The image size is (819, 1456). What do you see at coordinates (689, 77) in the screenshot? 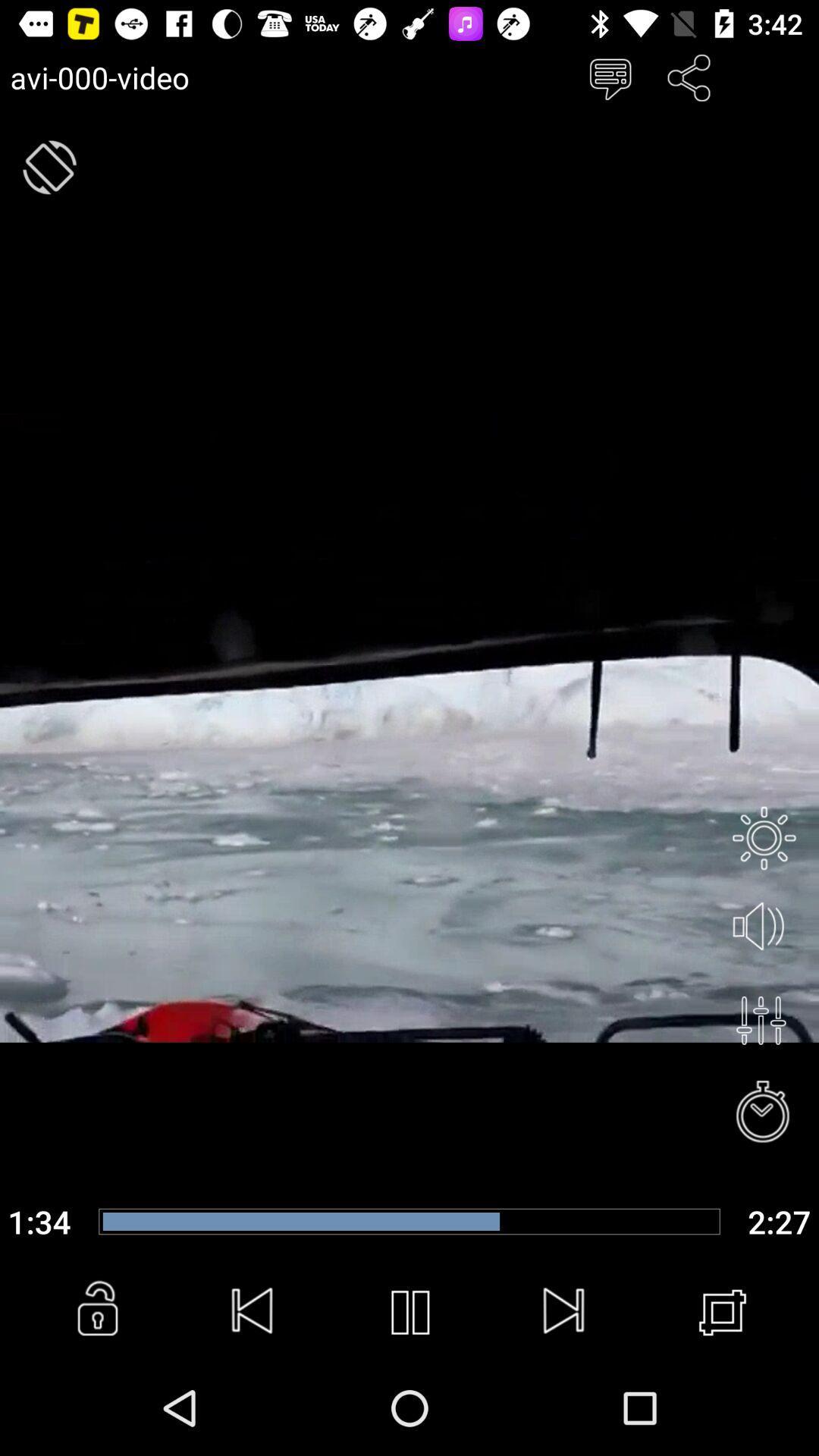
I see `share video` at bounding box center [689, 77].